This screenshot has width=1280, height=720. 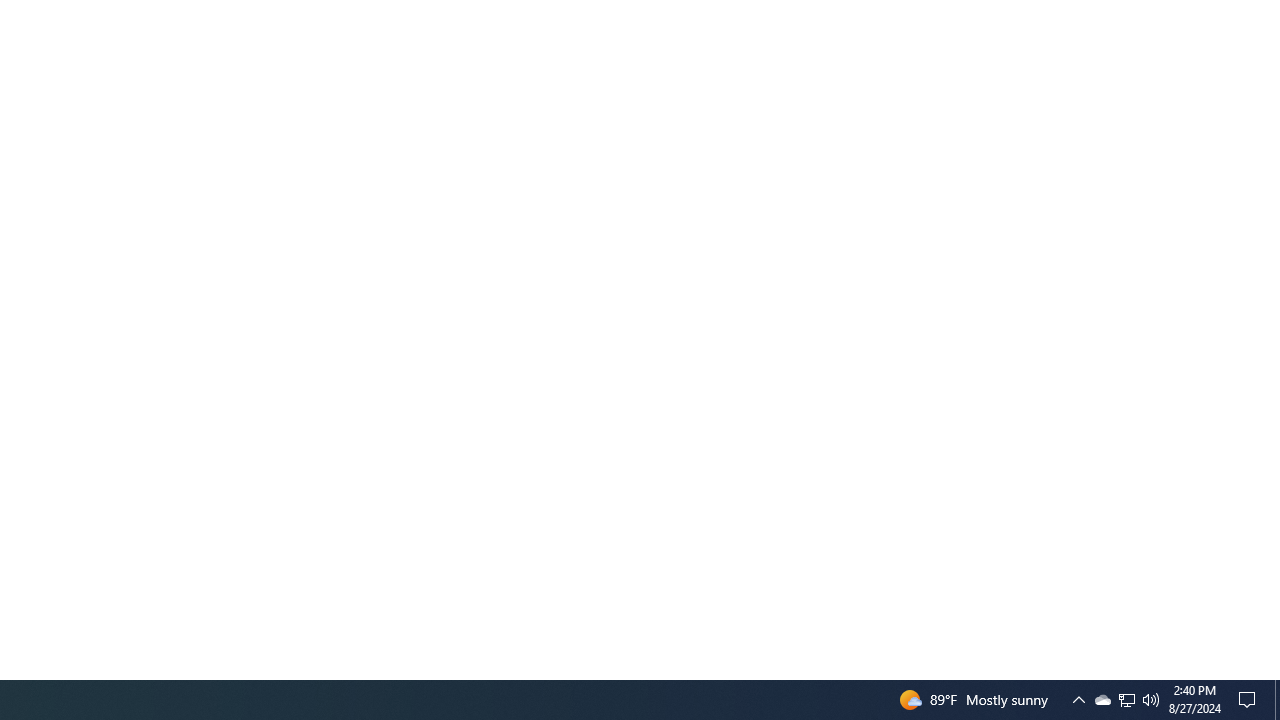 I want to click on 'Notification Chevron', so click(x=1101, y=698).